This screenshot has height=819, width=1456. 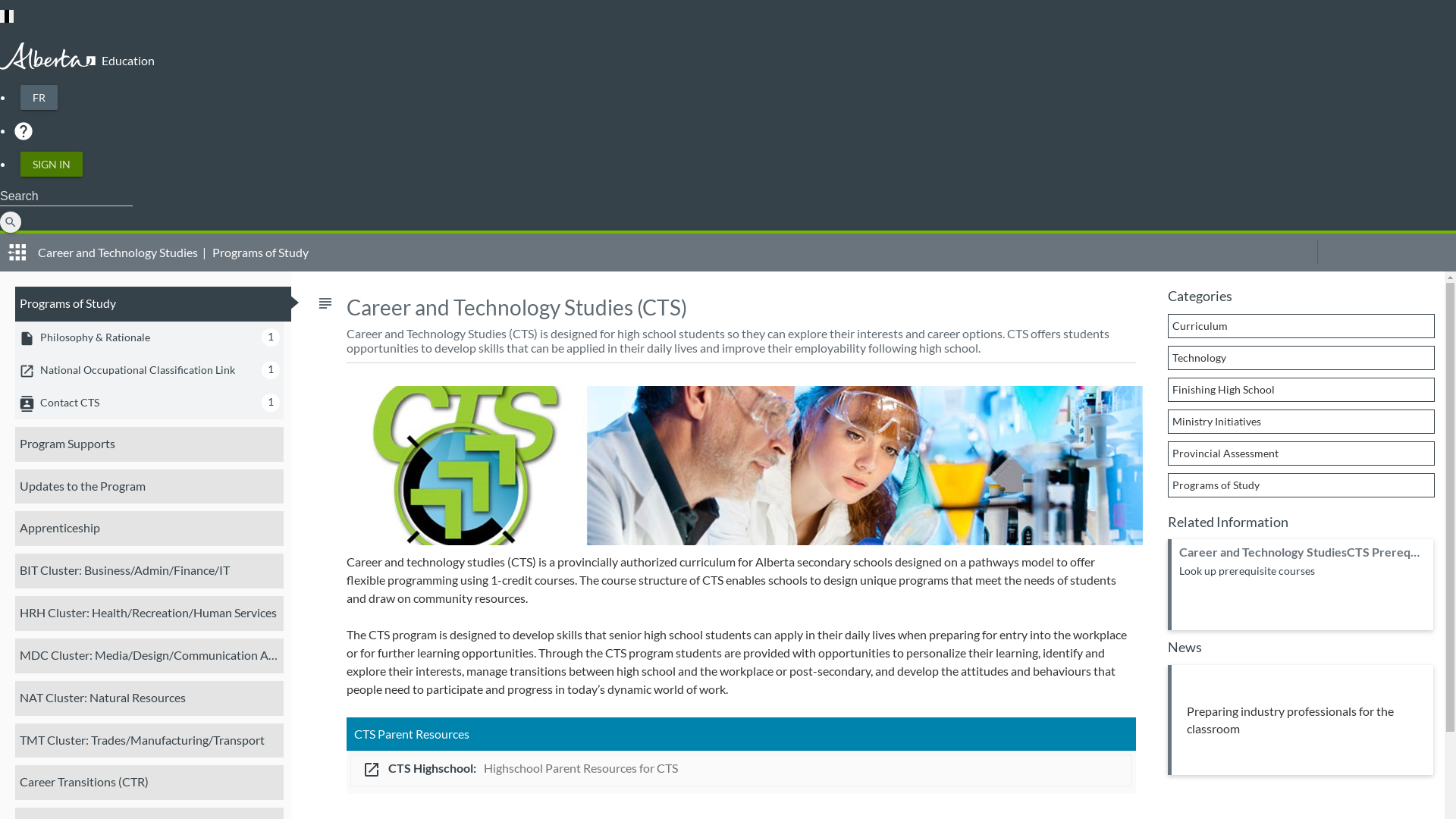 I want to click on 'search', so click(x=11, y=222).